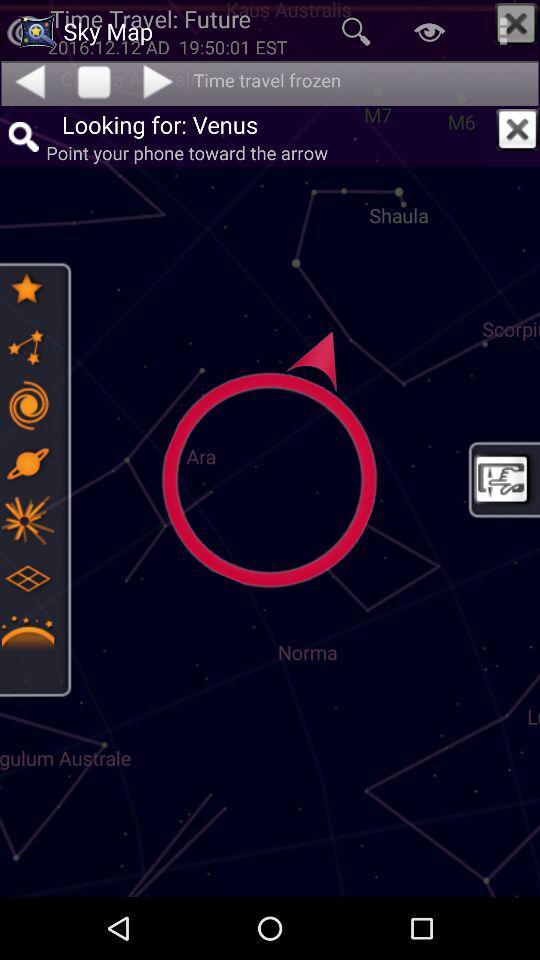 This screenshot has width=540, height=960. I want to click on the arrow_backward icon, so click(28, 81).